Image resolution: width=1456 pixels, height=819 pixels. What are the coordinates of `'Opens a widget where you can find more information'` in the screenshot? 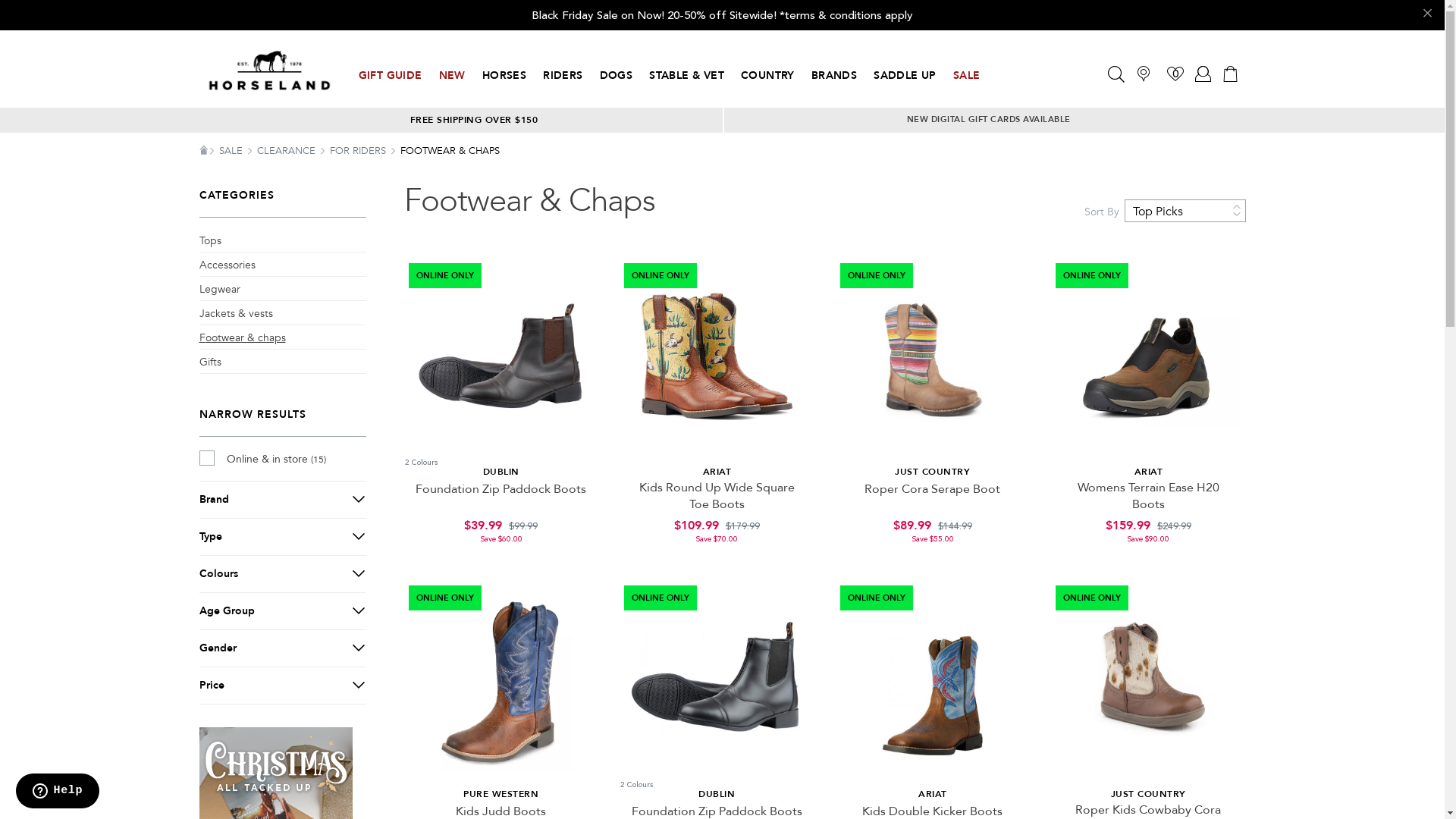 It's located at (57, 792).